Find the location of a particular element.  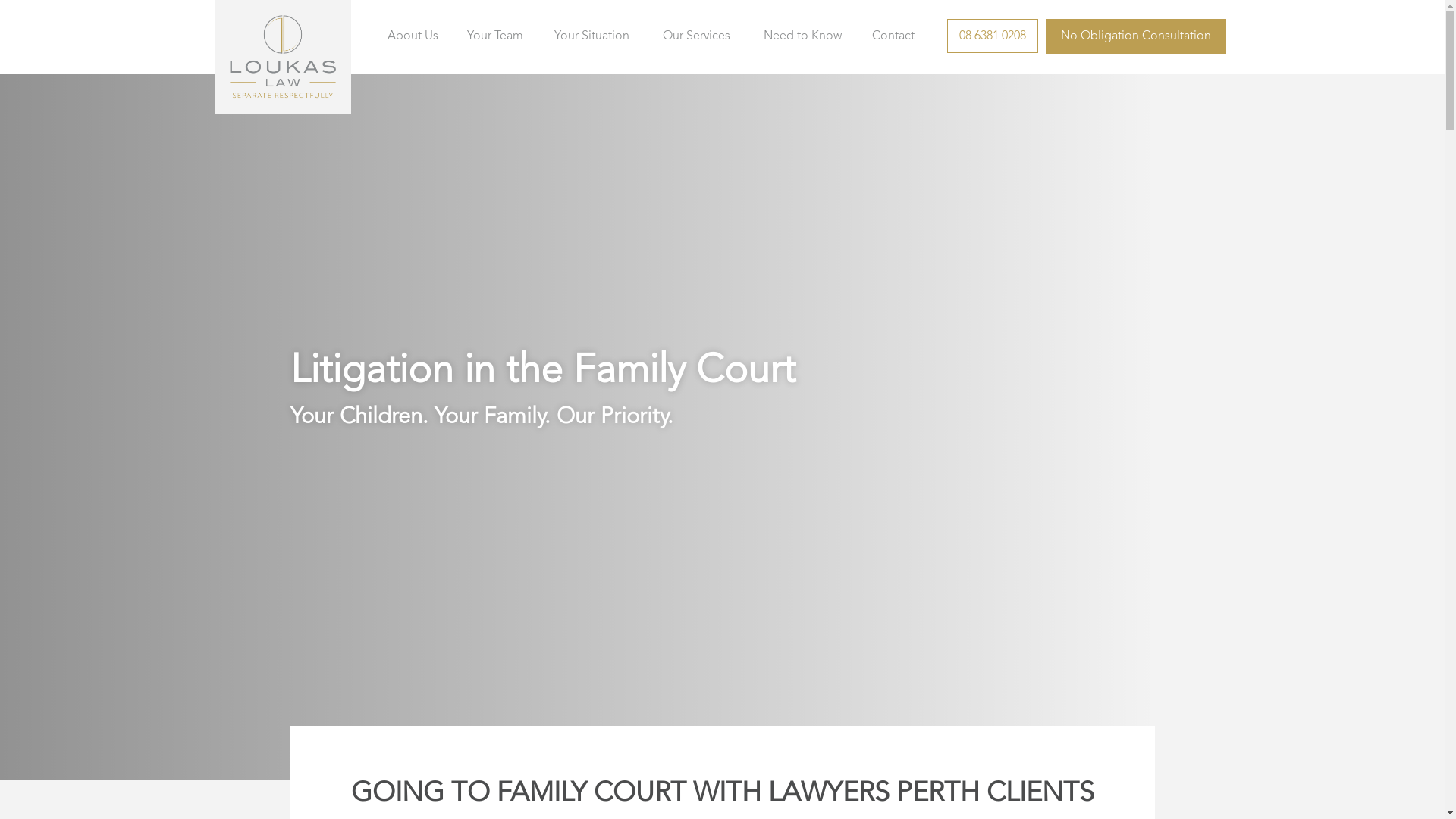

'Your Team' is located at coordinates (494, 36).